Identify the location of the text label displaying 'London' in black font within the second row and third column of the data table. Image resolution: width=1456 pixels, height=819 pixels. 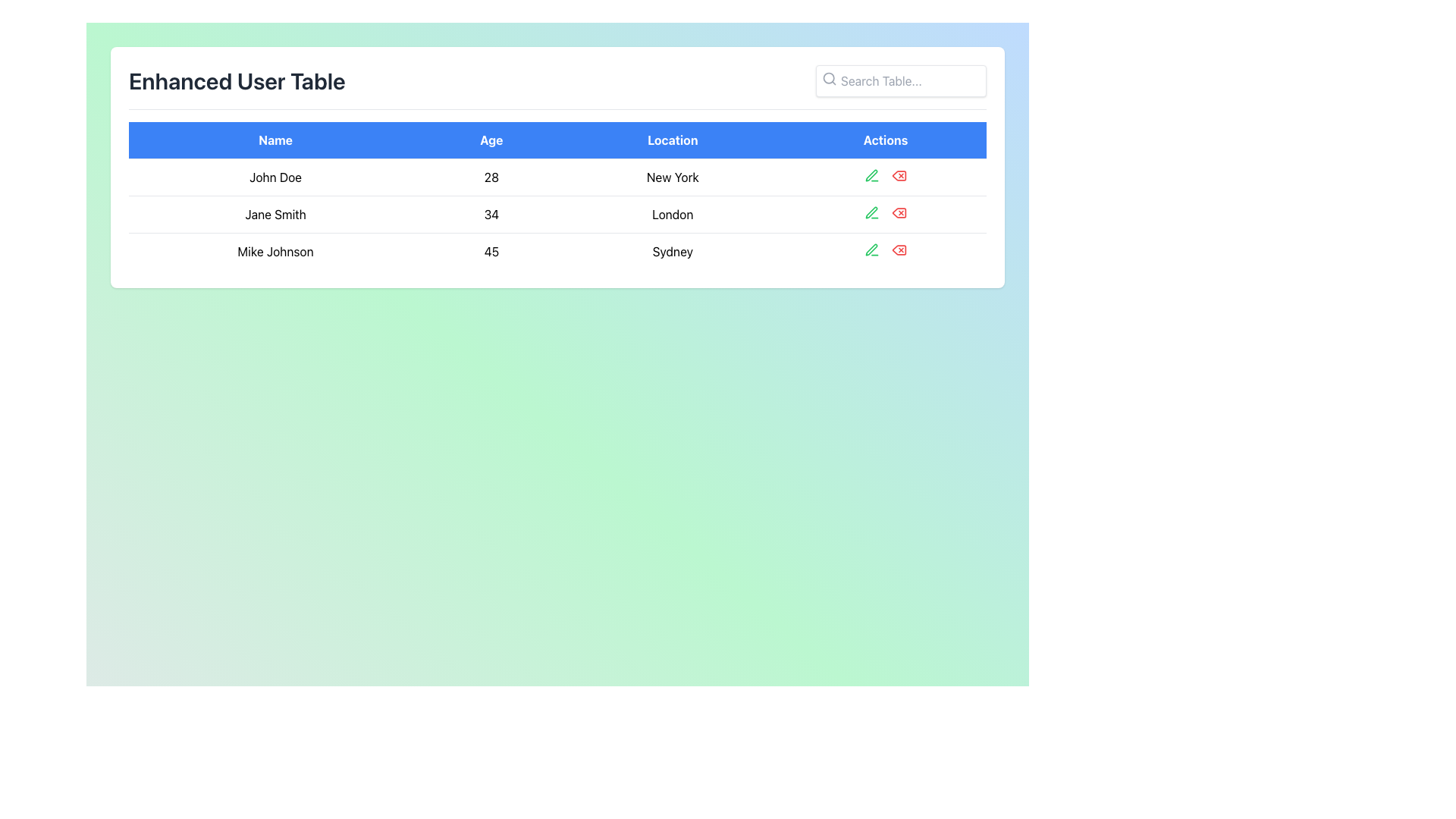
(672, 214).